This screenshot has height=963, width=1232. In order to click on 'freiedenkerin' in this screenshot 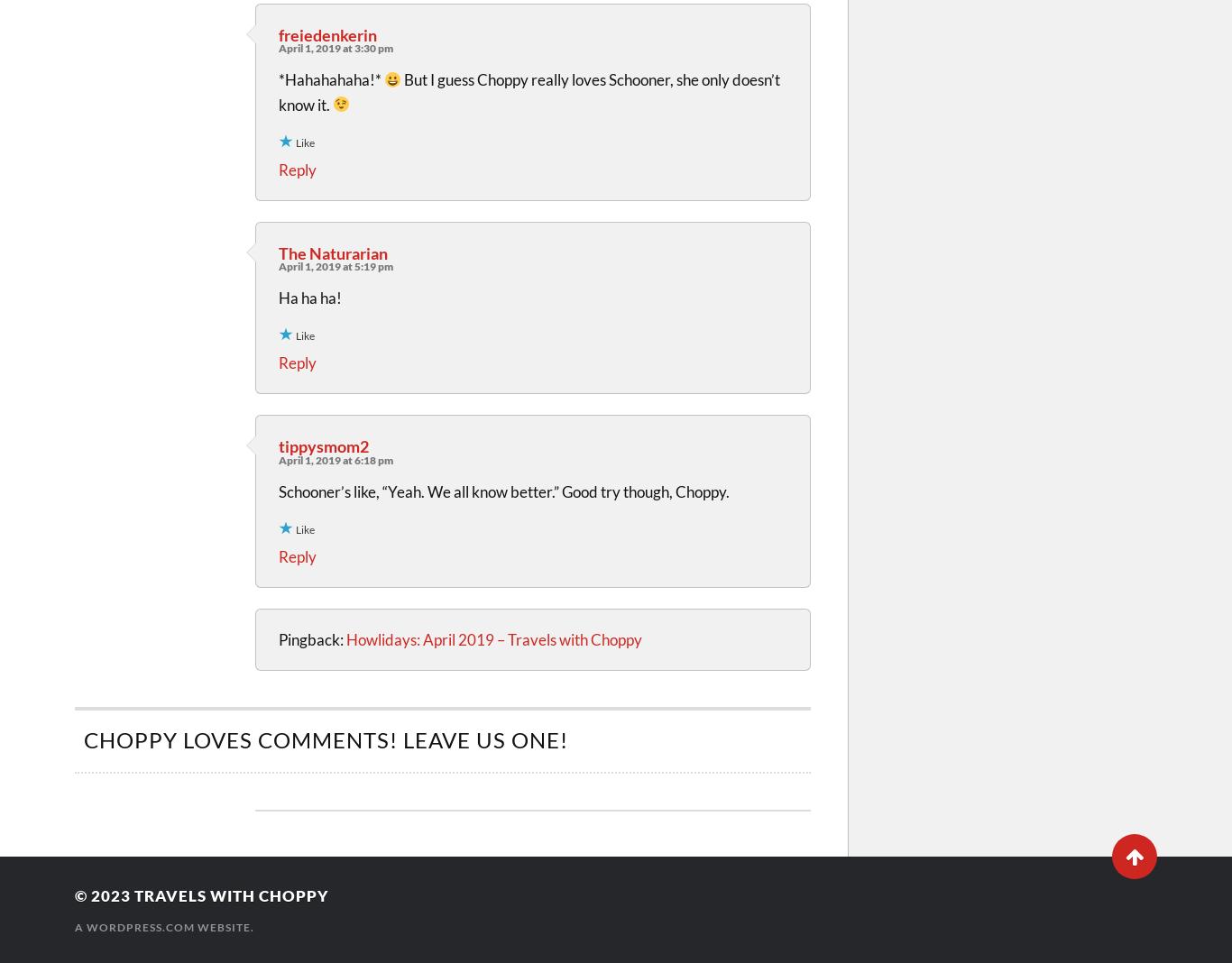, I will do `click(326, 33)`.